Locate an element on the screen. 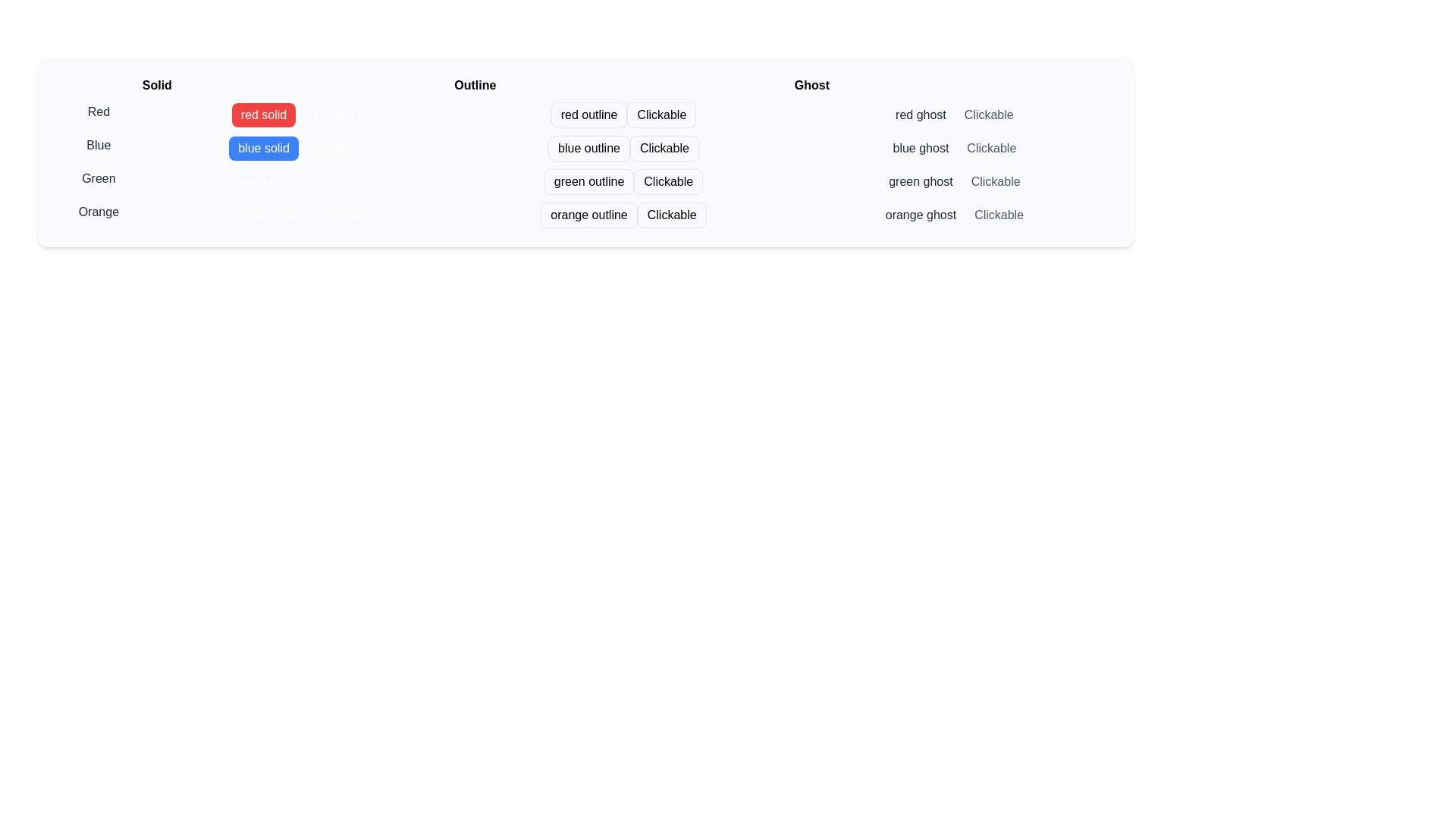 Image resolution: width=1456 pixels, height=819 pixels. the text label located in the leftmost column under the category 'Solid' and in the fourth row of text entries is located at coordinates (98, 212).